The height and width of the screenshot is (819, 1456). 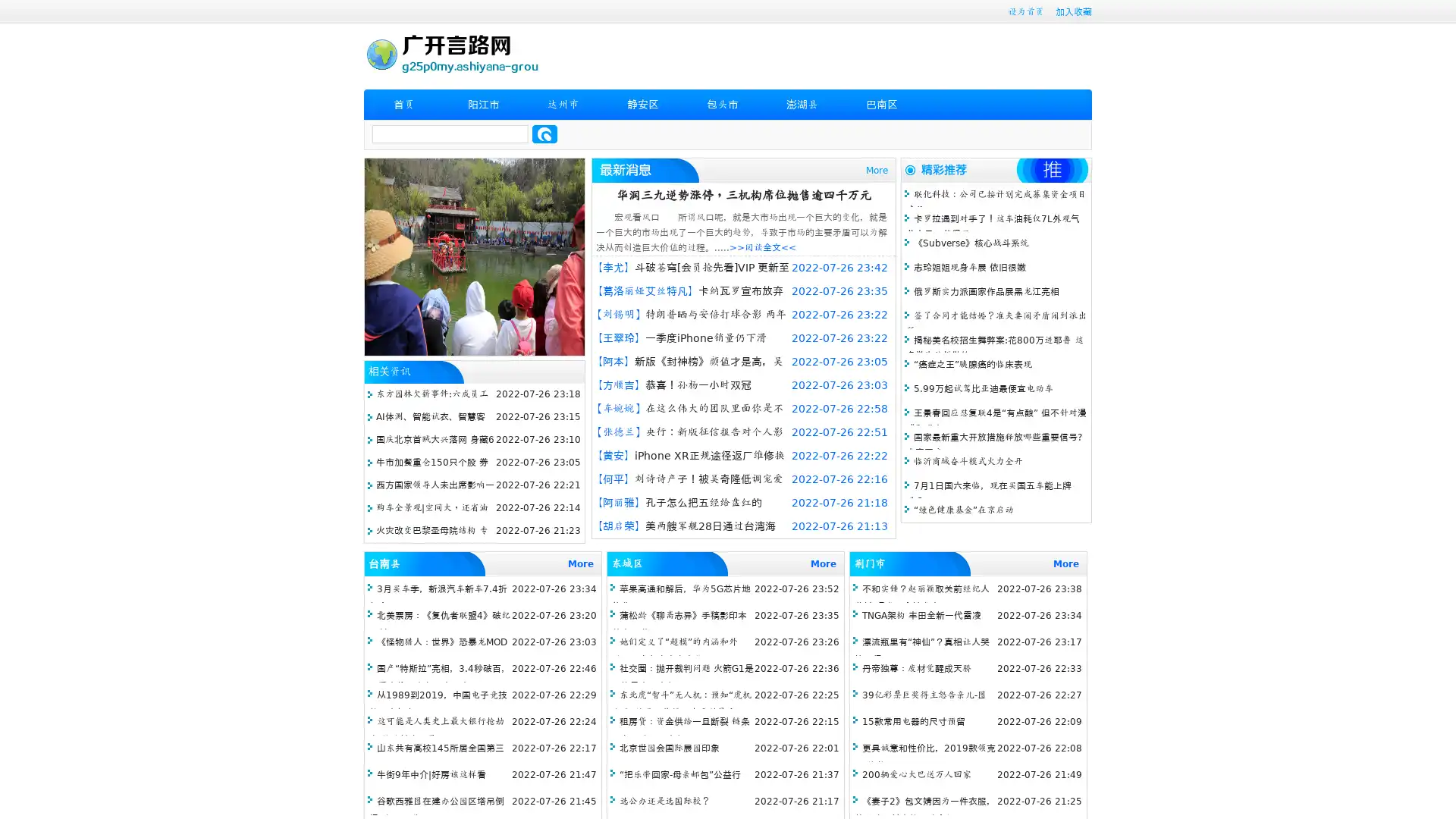 I want to click on Search, so click(x=544, y=133).